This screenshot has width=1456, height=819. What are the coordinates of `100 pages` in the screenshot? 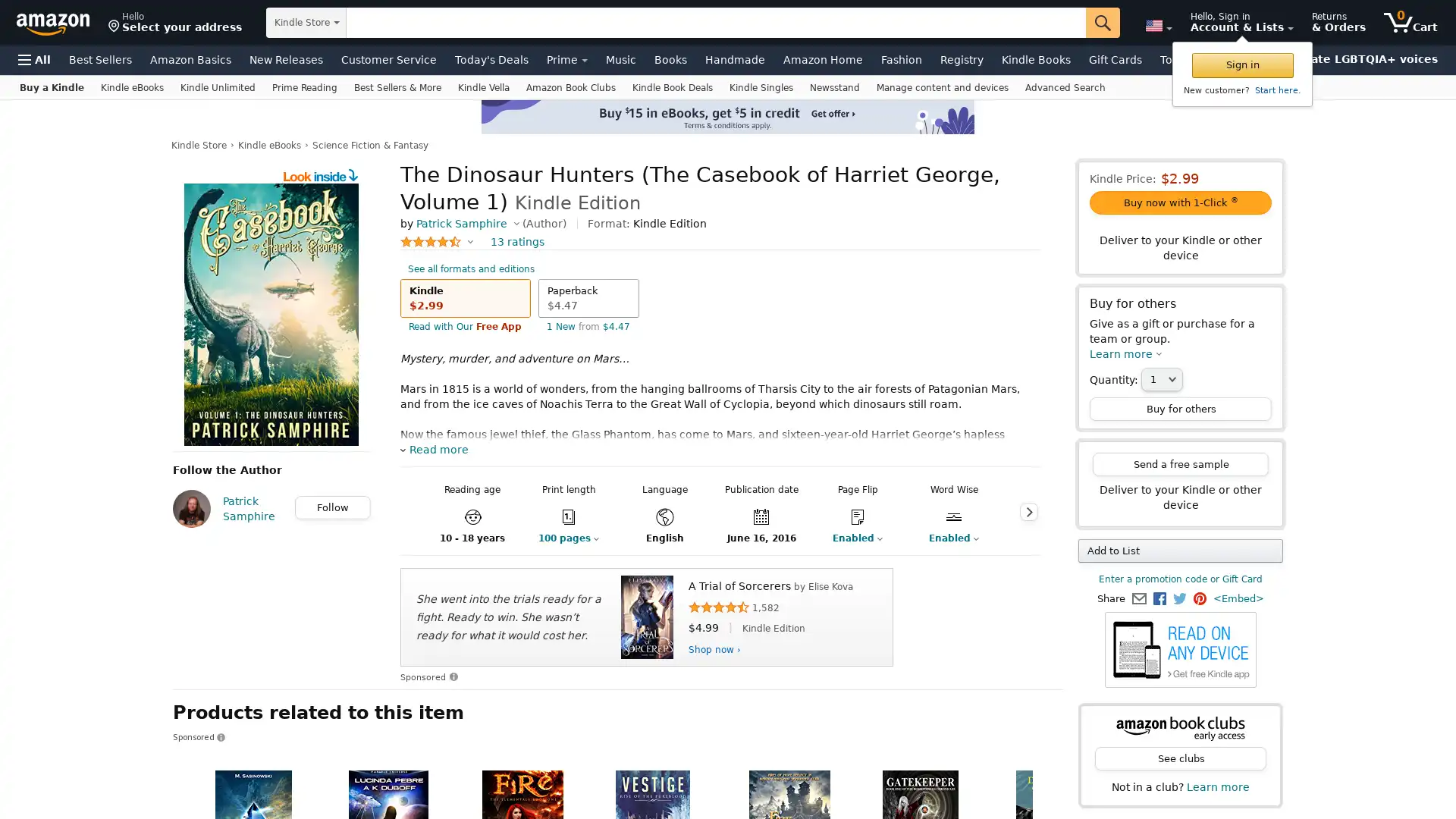 It's located at (567, 537).